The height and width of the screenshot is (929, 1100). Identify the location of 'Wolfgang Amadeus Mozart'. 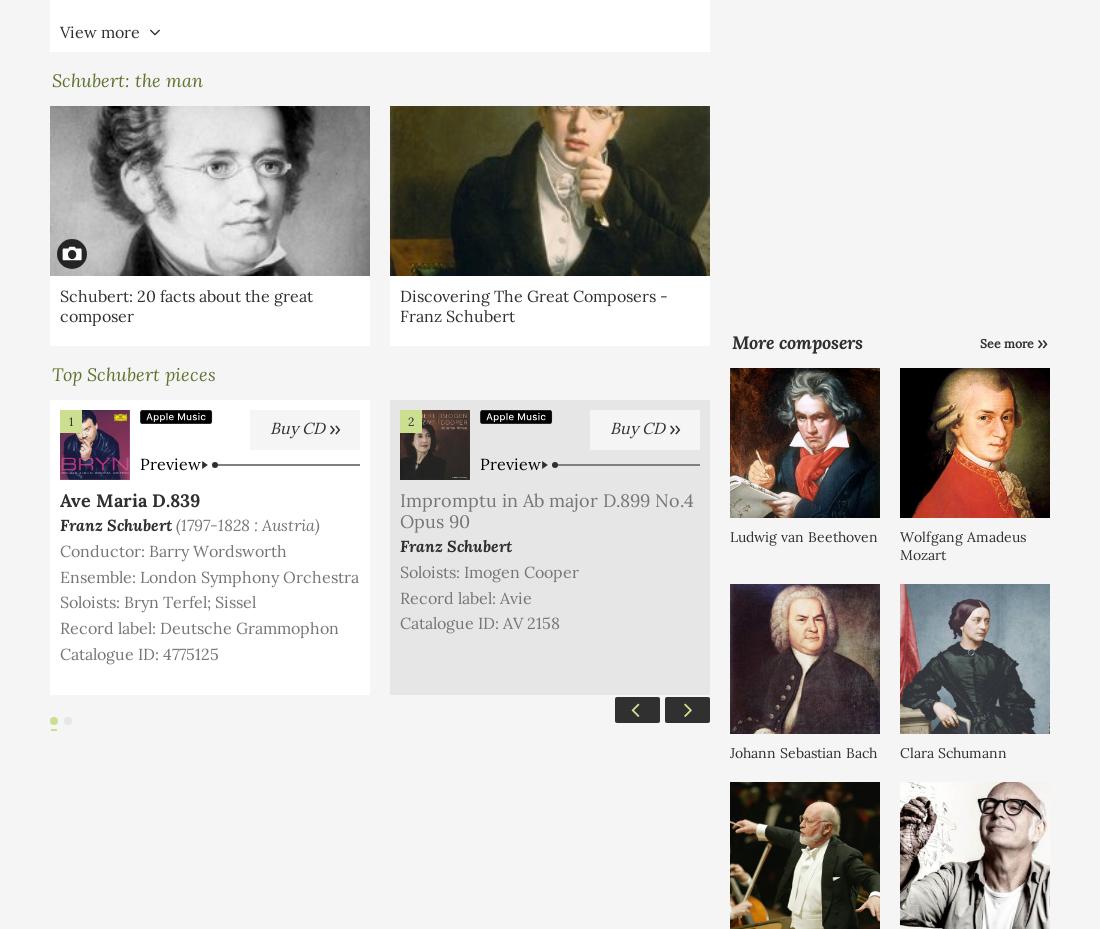
(962, 545).